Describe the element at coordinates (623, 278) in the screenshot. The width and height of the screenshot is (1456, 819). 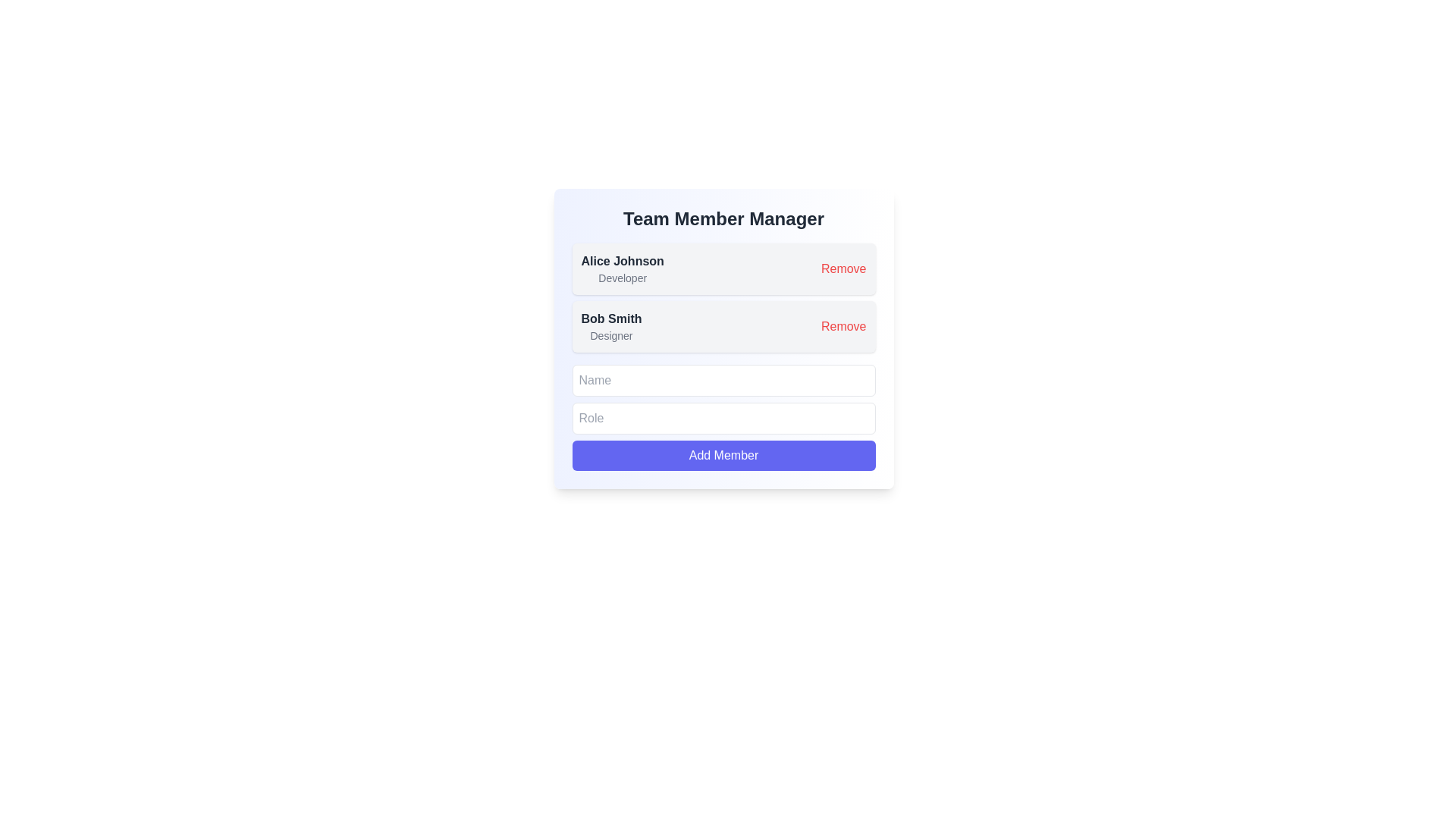
I see `the text label displaying 'Developer' in light gray color, located beneath 'Alice Johnson' in the team member entry section` at that location.